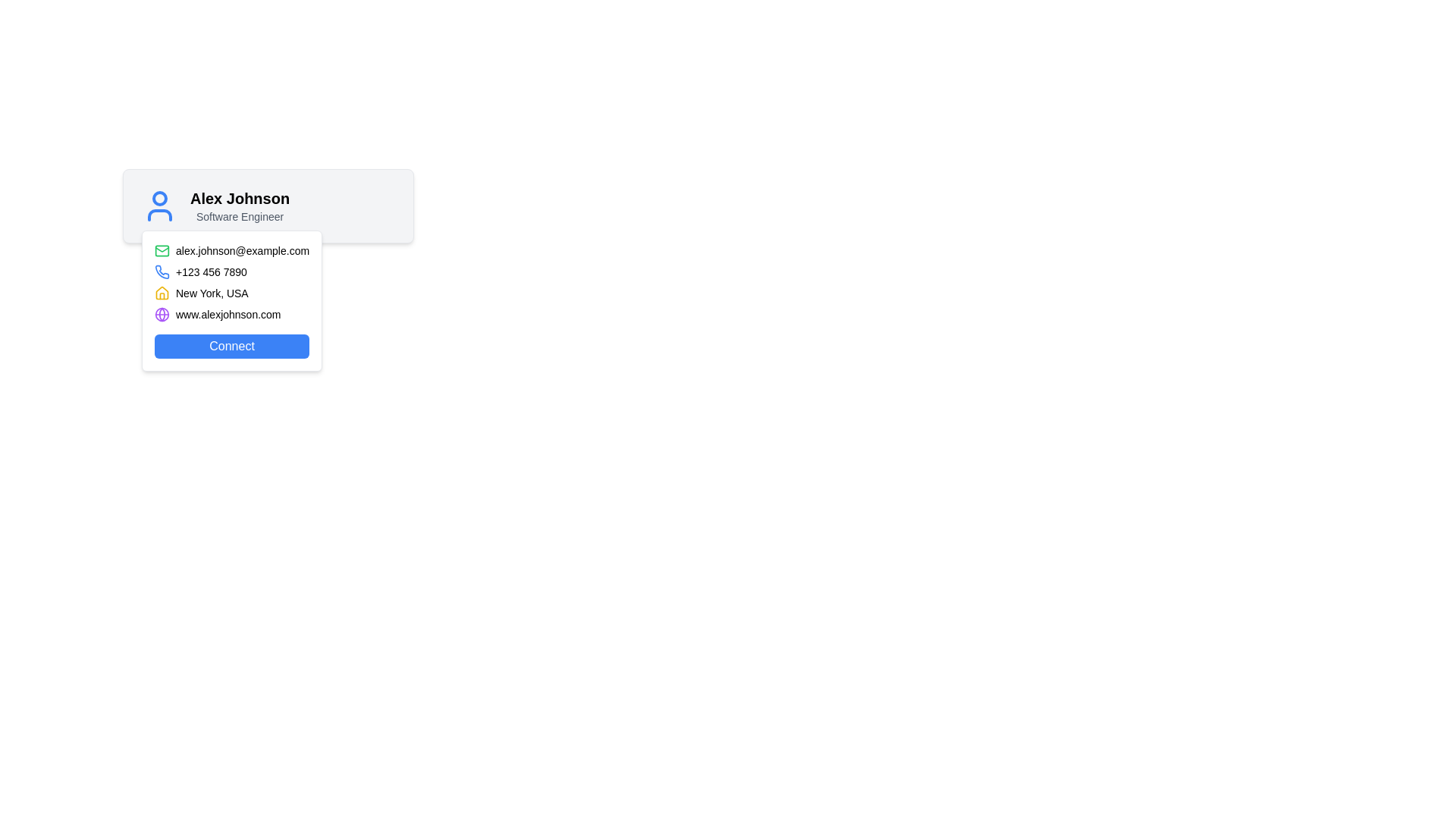  Describe the element at coordinates (231, 301) in the screenshot. I see `the static text element that provides location information, which is the third item in the list within a pop-up card below the 'Software Engineer' header` at that location.